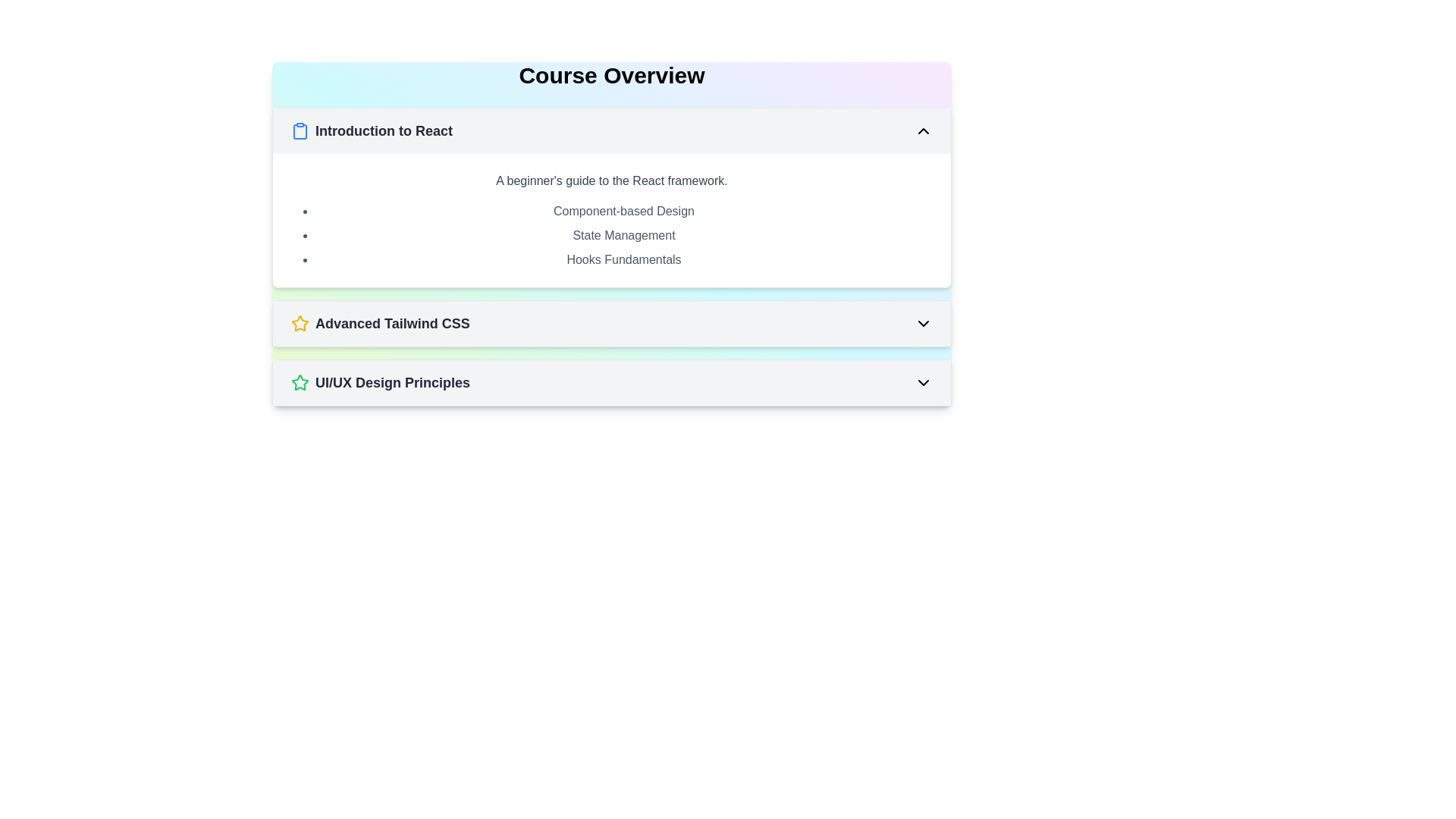  Describe the element at coordinates (393, 382) in the screenshot. I see `text label displaying 'UI/UX Design Principles', which is bold and dark gray, located in the last row of the course overview content list, to the right of a green star icon` at that location.